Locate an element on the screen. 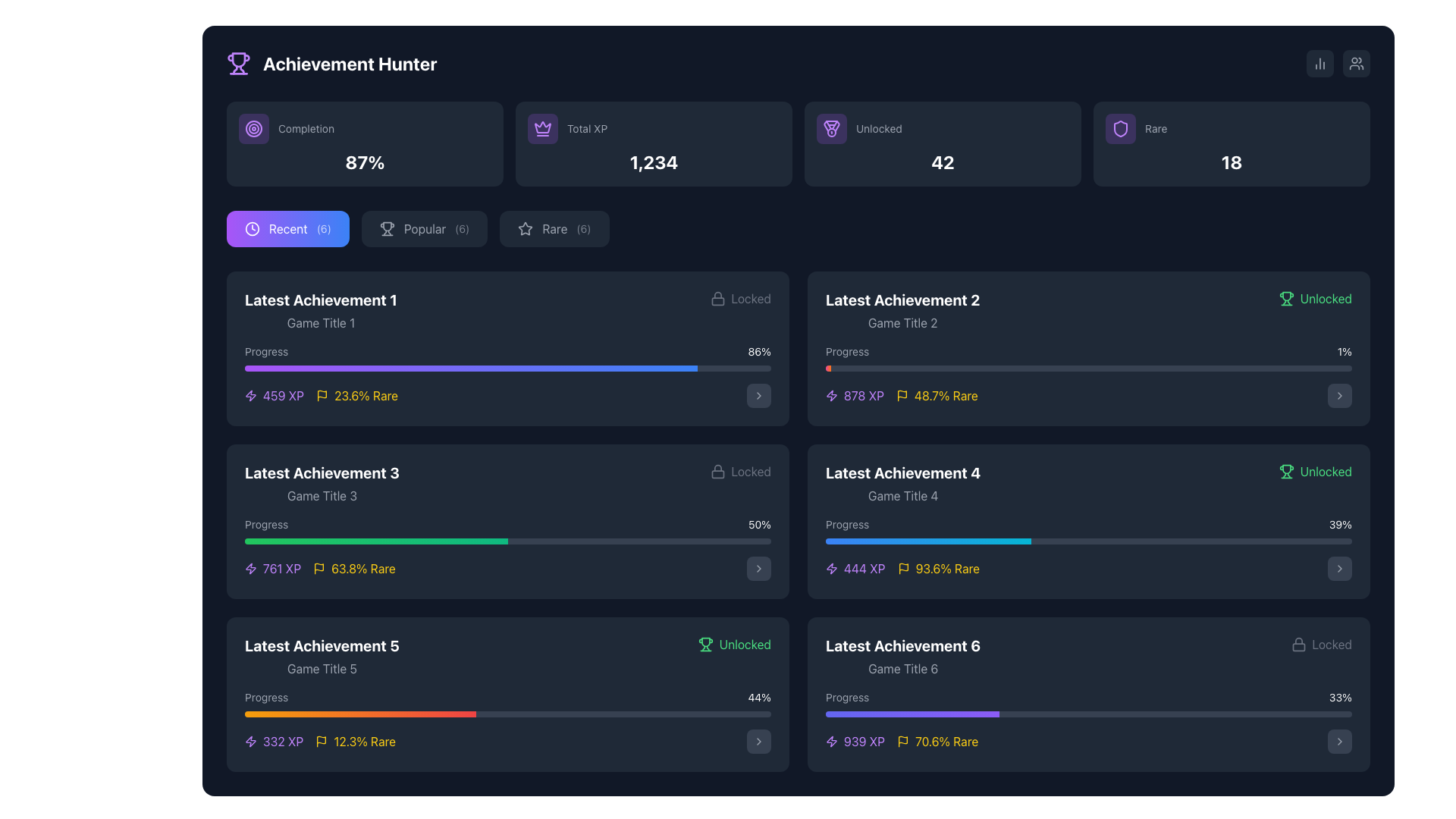 The image size is (1456, 819). the padlock icon located to the left of the word 'Locked' in the 'Latest Achievement 1' section is located at coordinates (717, 470).